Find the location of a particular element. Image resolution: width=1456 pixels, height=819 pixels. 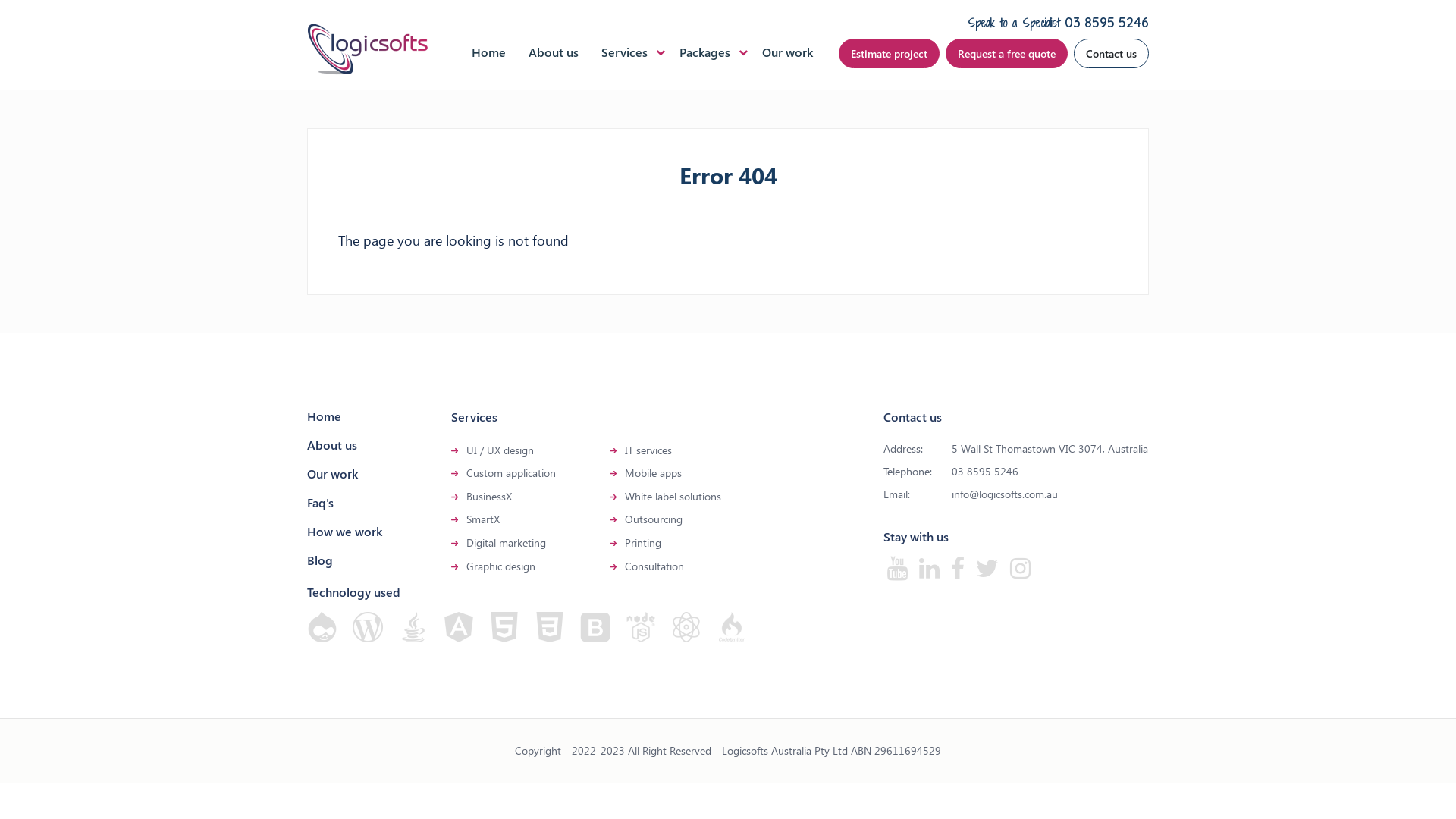

'03 8595 5246' is located at coordinates (1106, 22).